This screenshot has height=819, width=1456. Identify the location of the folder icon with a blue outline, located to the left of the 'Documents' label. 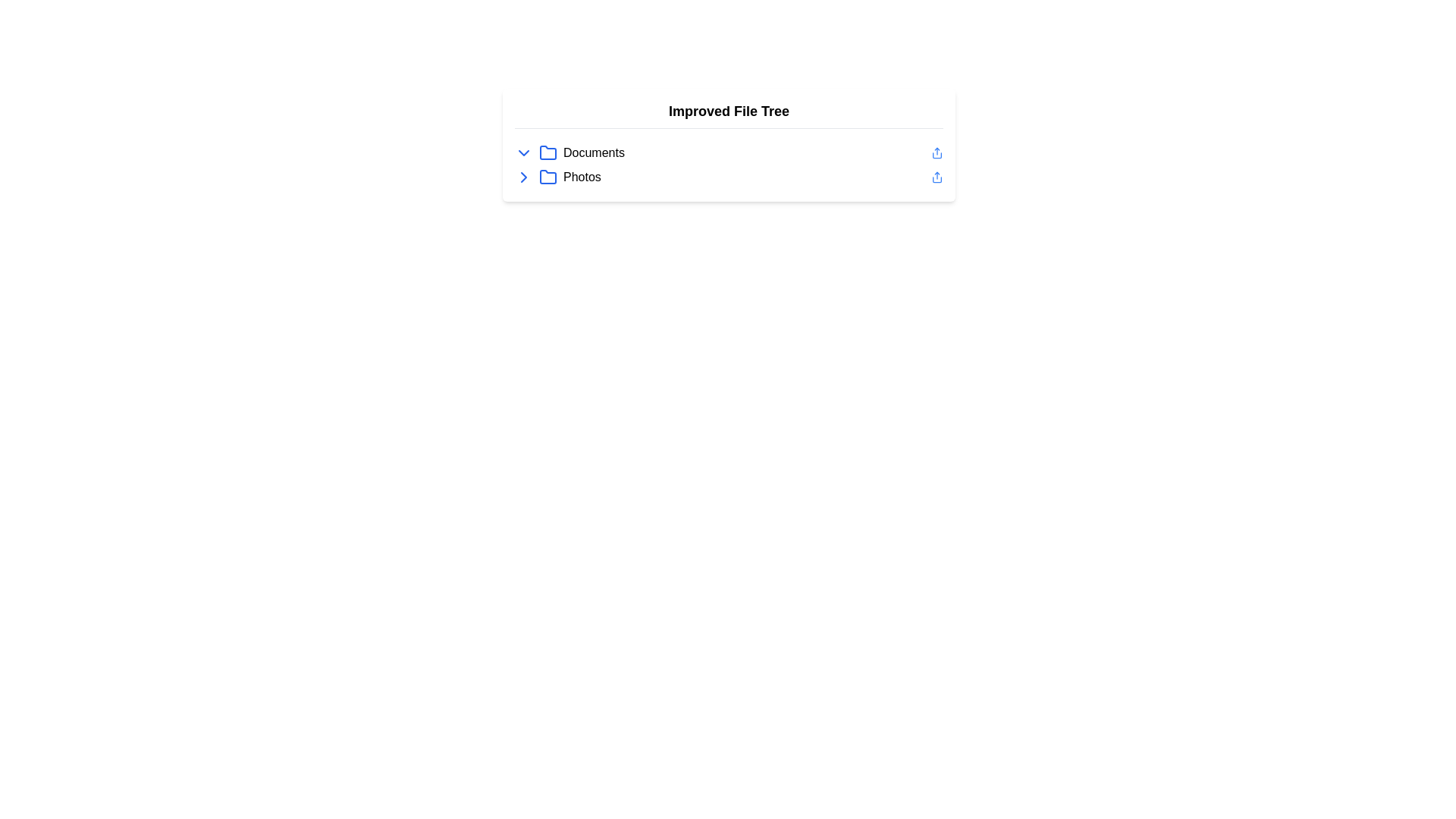
(548, 152).